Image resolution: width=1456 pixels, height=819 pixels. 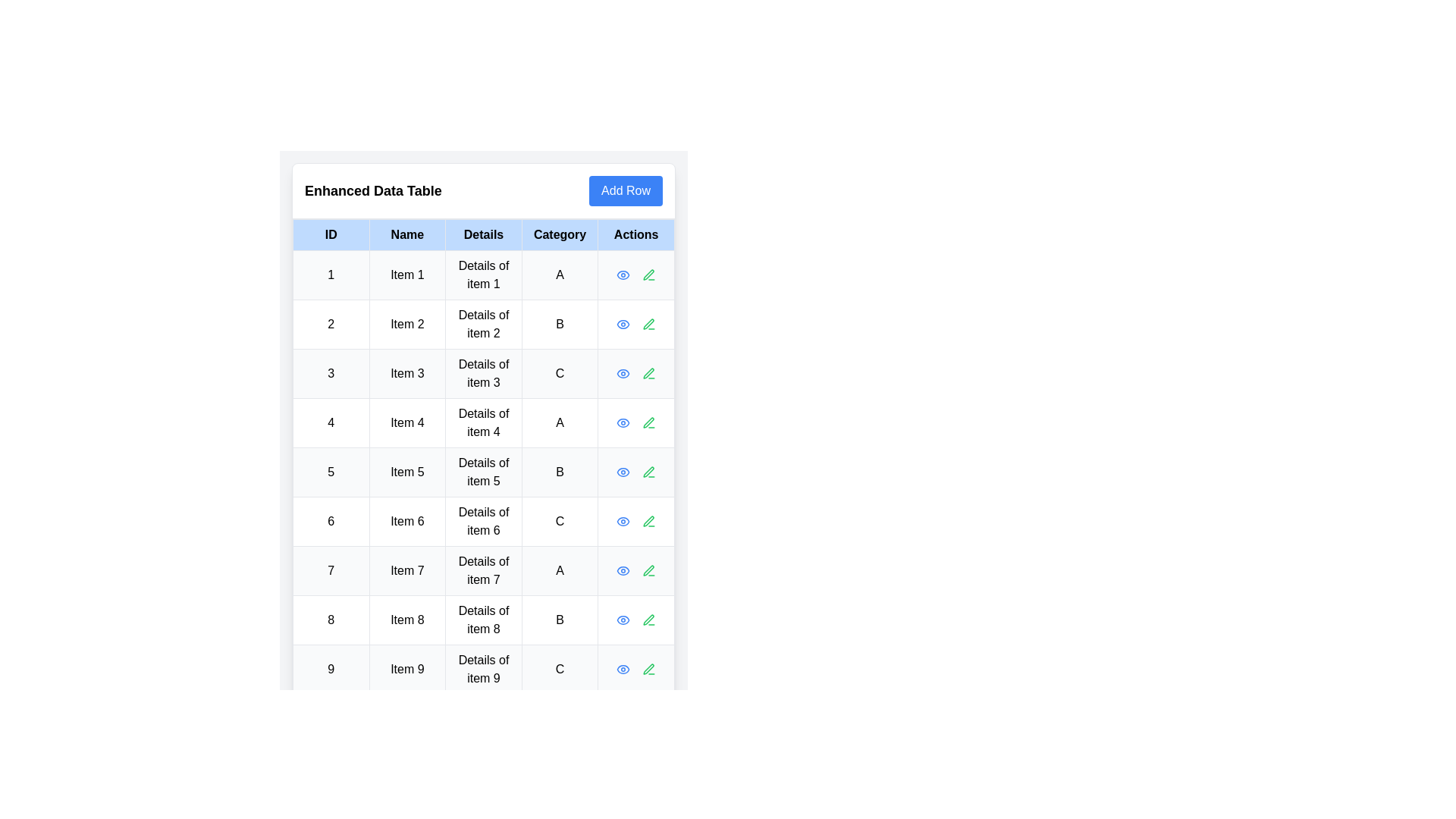 What do you see at coordinates (559, 275) in the screenshot?
I see `the table cell content located in the first row under the 'Category' column` at bounding box center [559, 275].